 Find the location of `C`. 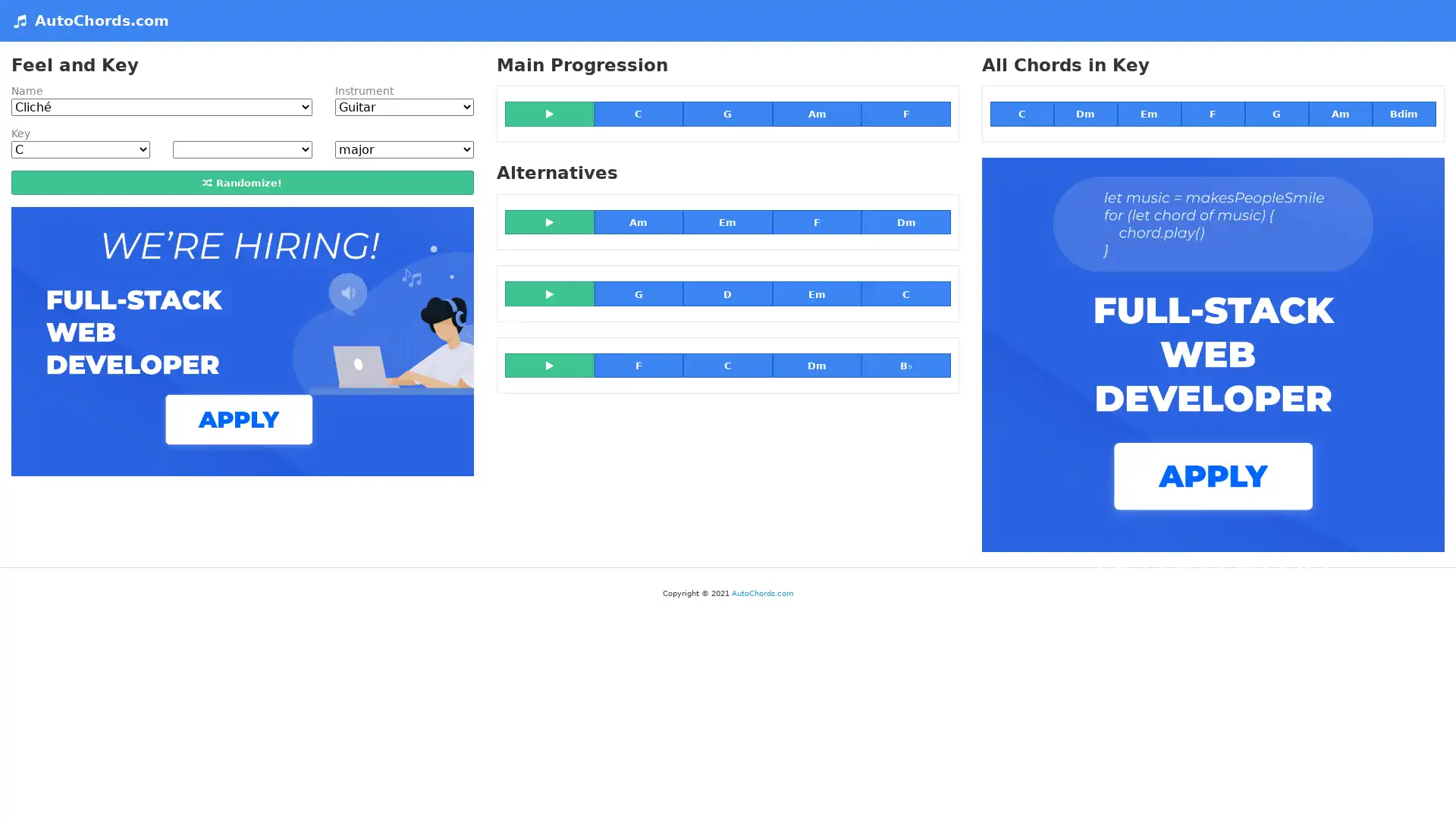

C is located at coordinates (1022, 113).